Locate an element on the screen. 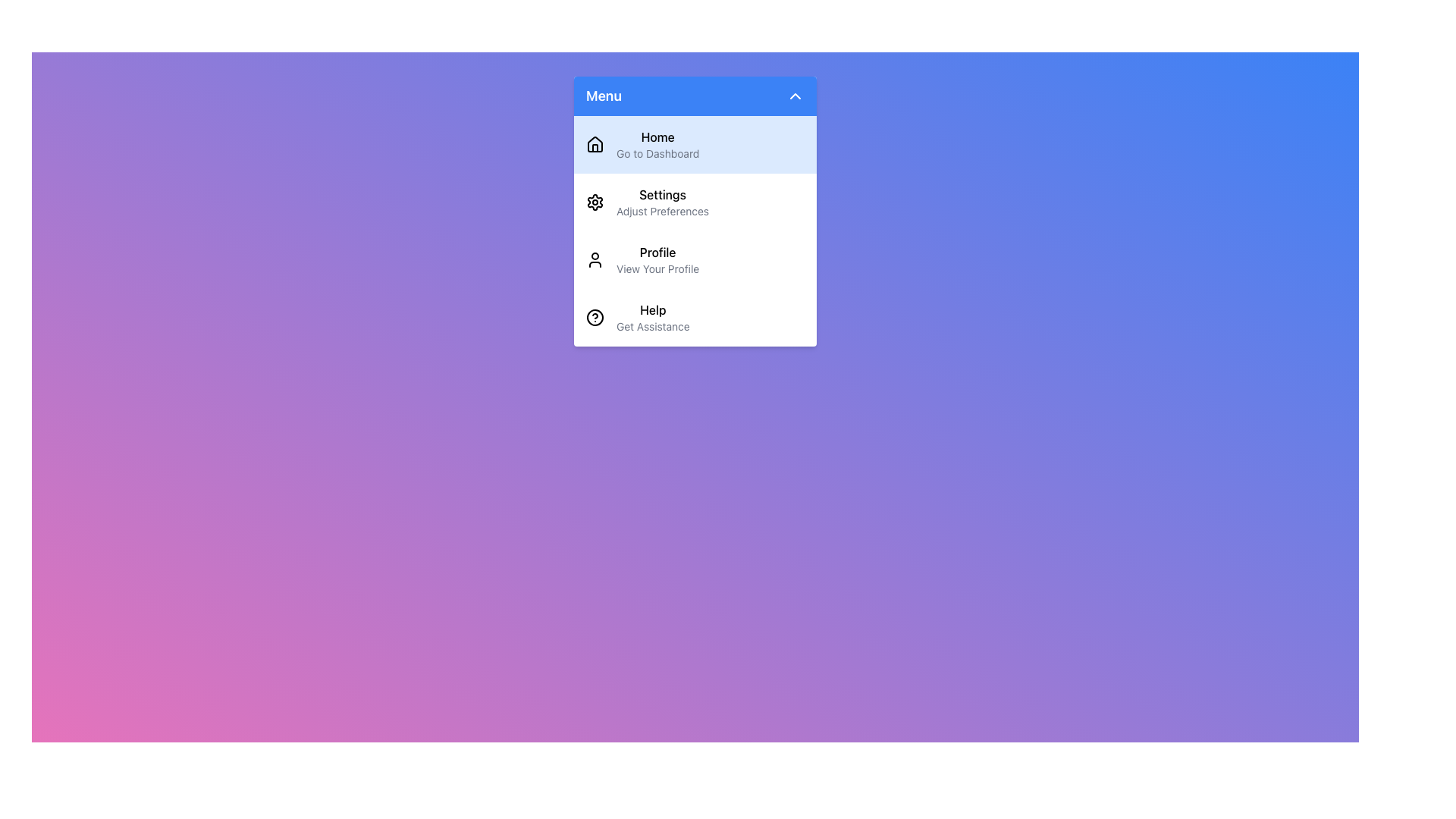 This screenshot has height=819, width=1456. the SVG circle within the Help menu item is located at coordinates (595, 317).